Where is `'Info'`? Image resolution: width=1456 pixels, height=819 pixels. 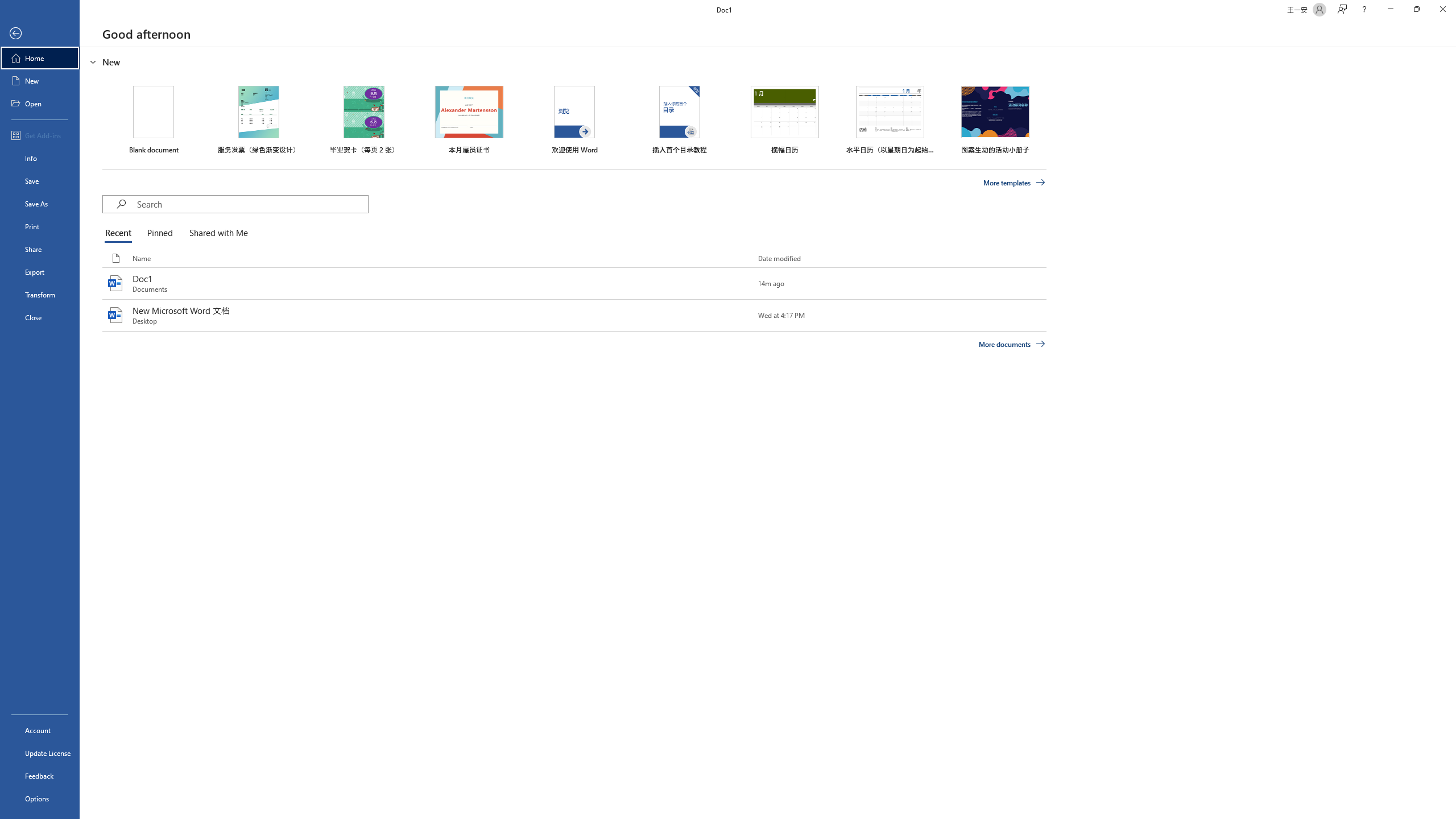 'Info' is located at coordinates (39, 157).